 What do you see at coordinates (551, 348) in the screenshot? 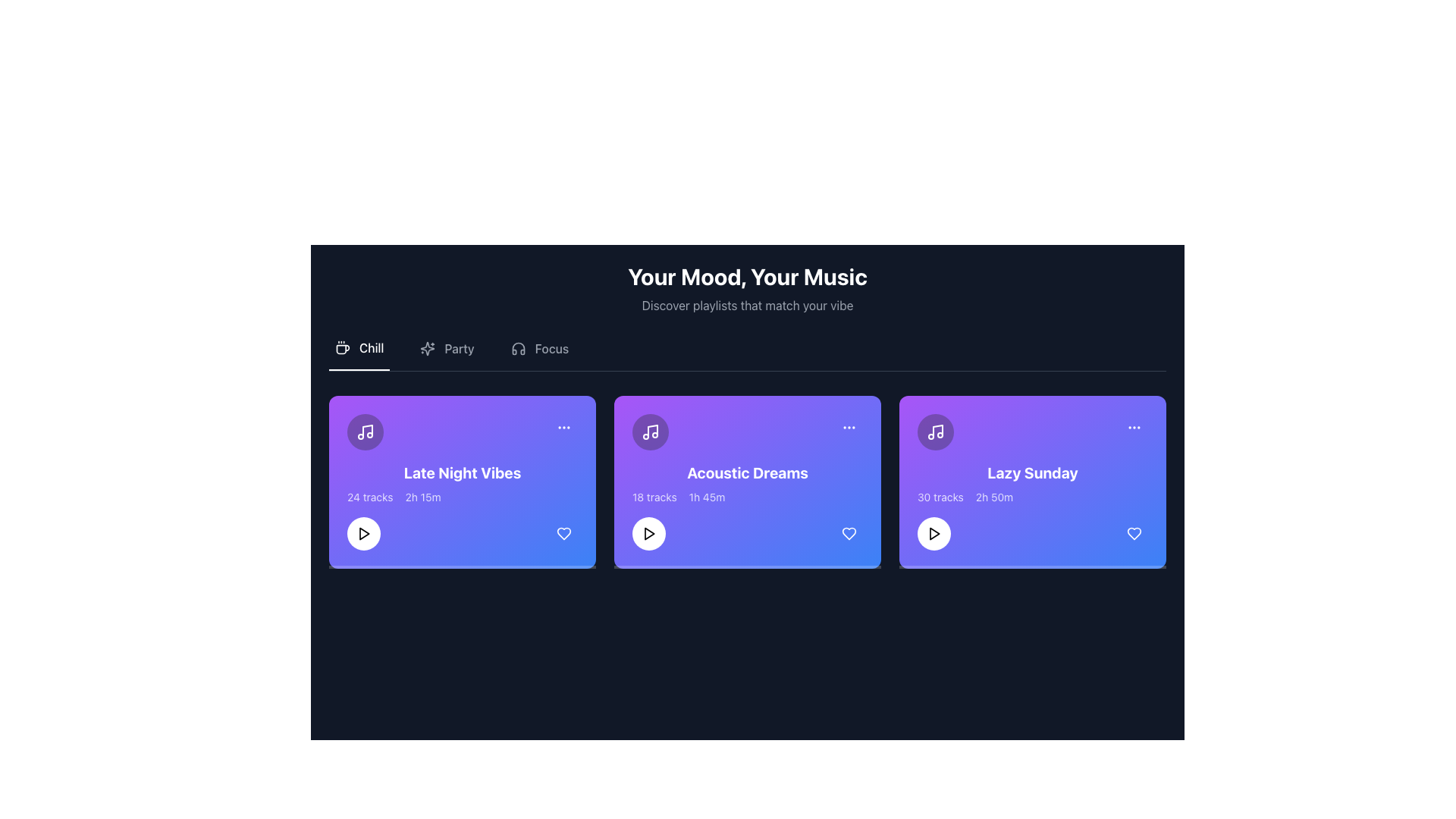
I see `the interactive text label for navigation to the 'Focus' section, located at the center-right end of the horizontal navigation bar, following the 'Chill' and 'Party' options` at bounding box center [551, 348].